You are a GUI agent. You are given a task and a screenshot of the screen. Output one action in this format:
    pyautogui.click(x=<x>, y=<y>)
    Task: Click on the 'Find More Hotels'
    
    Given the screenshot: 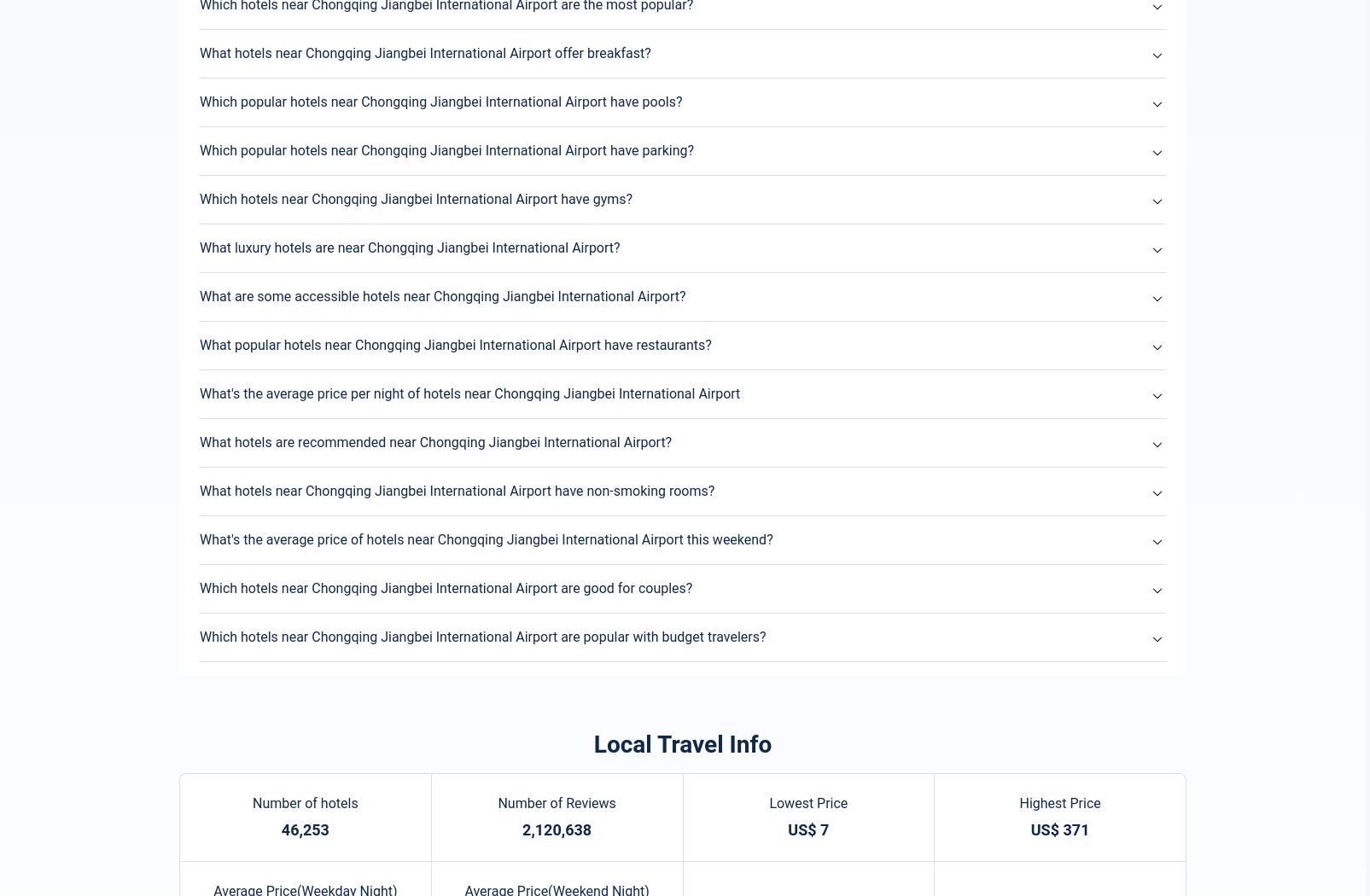 What is the action you would take?
    pyautogui.click(x=681, y=535)
    